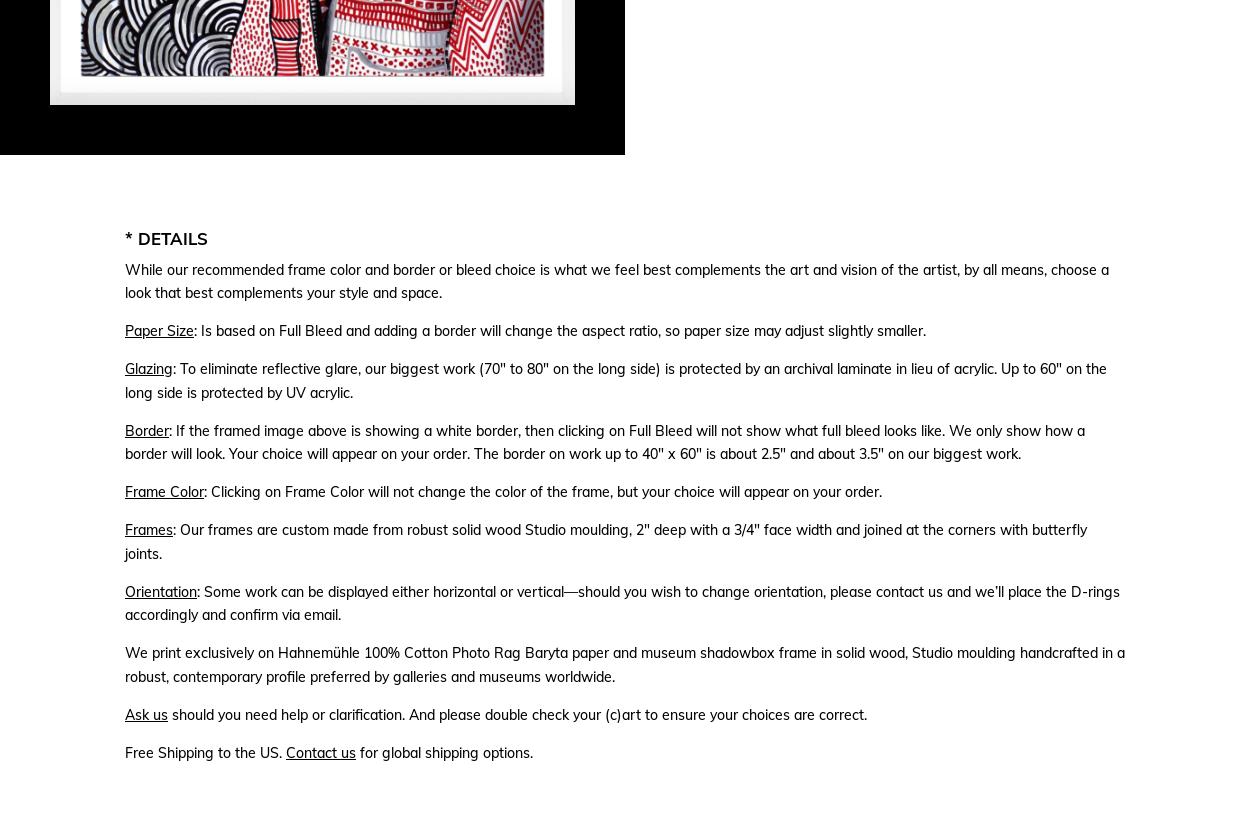 This screenshot has width=1250, height=813. Describe the element at coordinates (625, 664) in the screenshot. I see `'We print exclusively on Hahnemühle 100% Cotton Photo Rag Baryta paper and museum shadowbox frame in solid wood, Studio moulding handcrafted in a robust, contemporary profile preferred by galleries and museums worldwide.'` at that location.